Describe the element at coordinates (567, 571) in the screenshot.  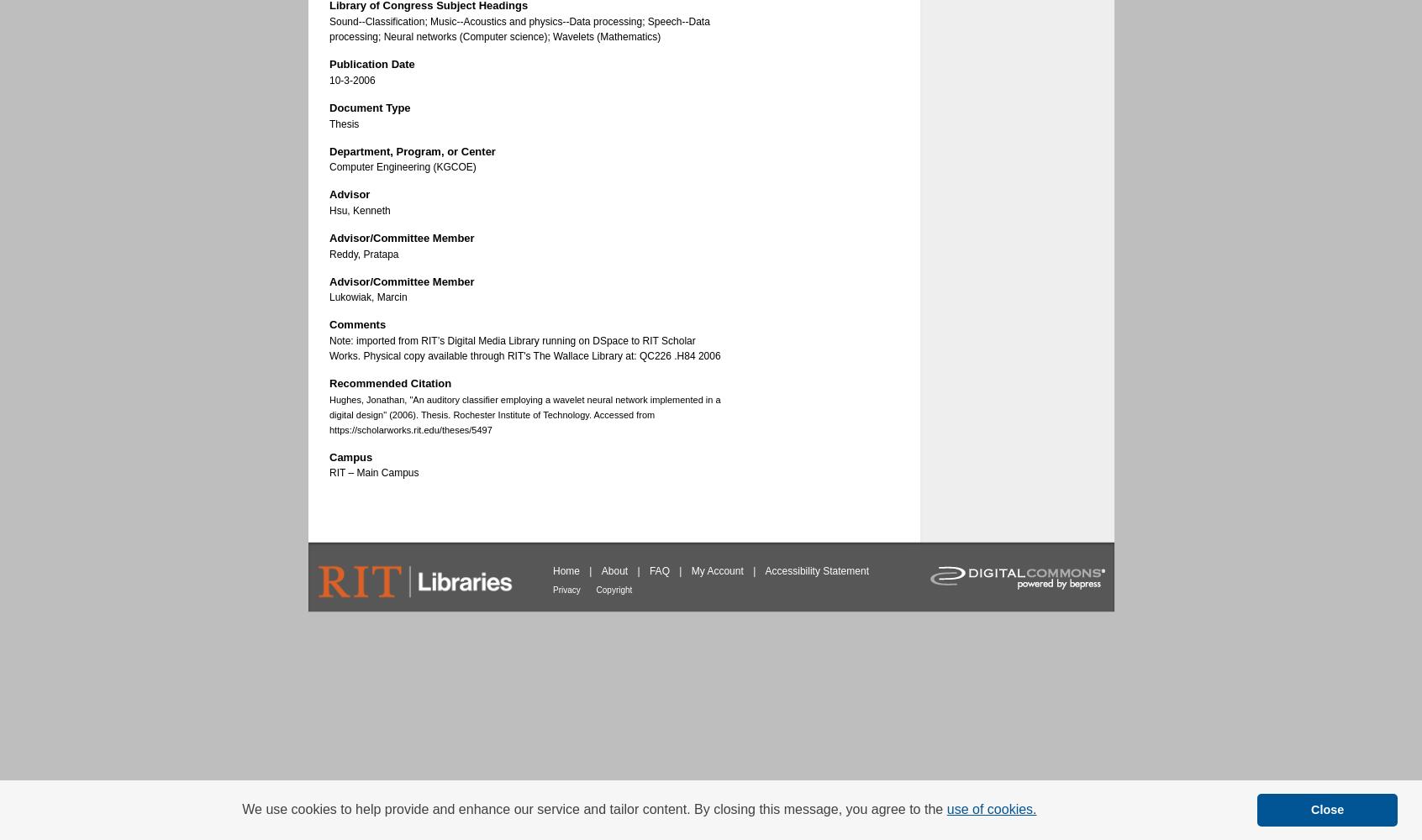
I see `'Home'` at that location.